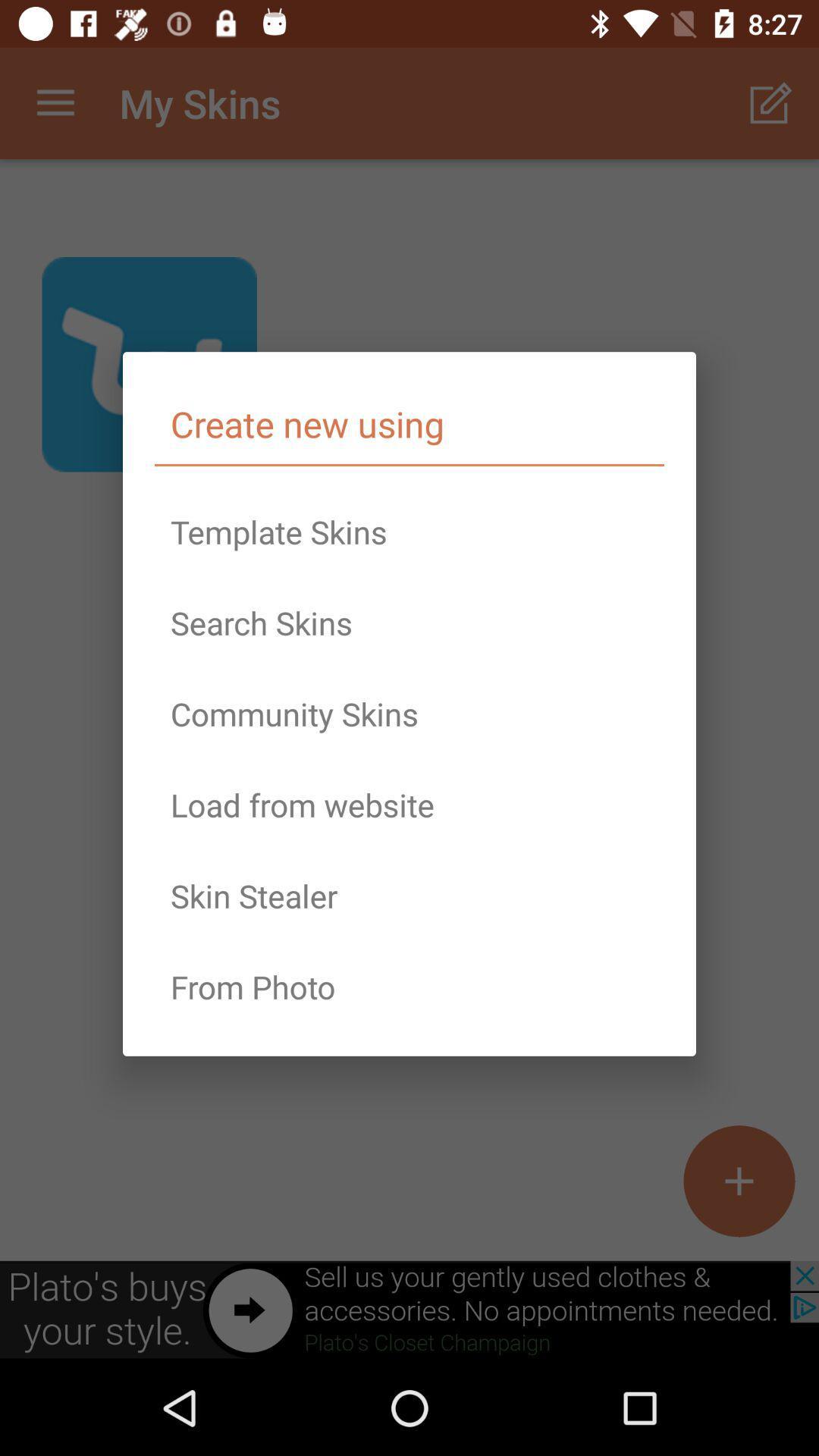 The image size is (819, 1456). What do you see at coordinates (409, 623) in the screenshot?
I see `the item above community skins` at bounding box center [409, 623].